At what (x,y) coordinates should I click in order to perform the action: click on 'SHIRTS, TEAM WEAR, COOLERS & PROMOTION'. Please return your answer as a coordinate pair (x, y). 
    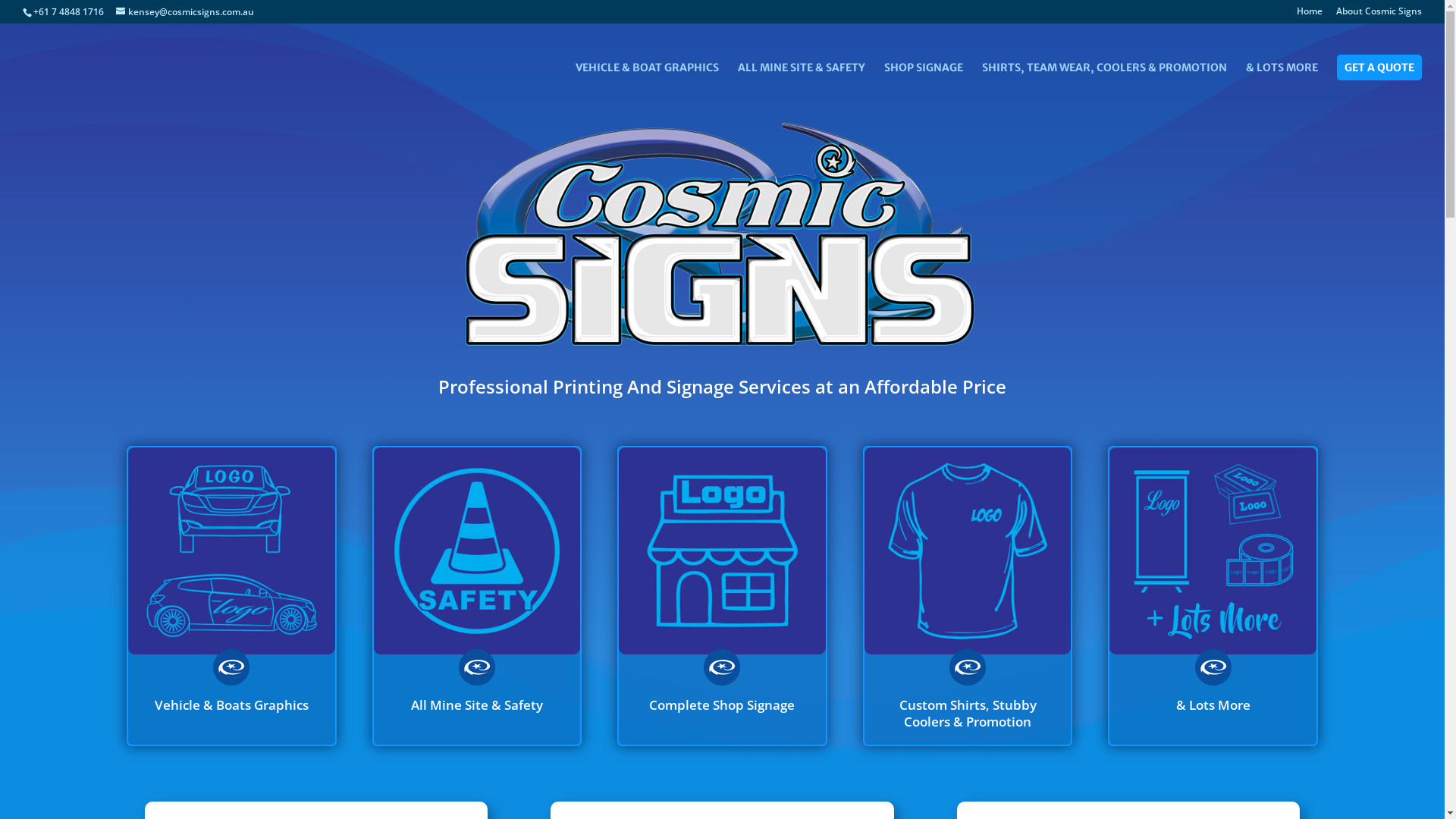
    Looking at the image, I should click on (1104, 75).